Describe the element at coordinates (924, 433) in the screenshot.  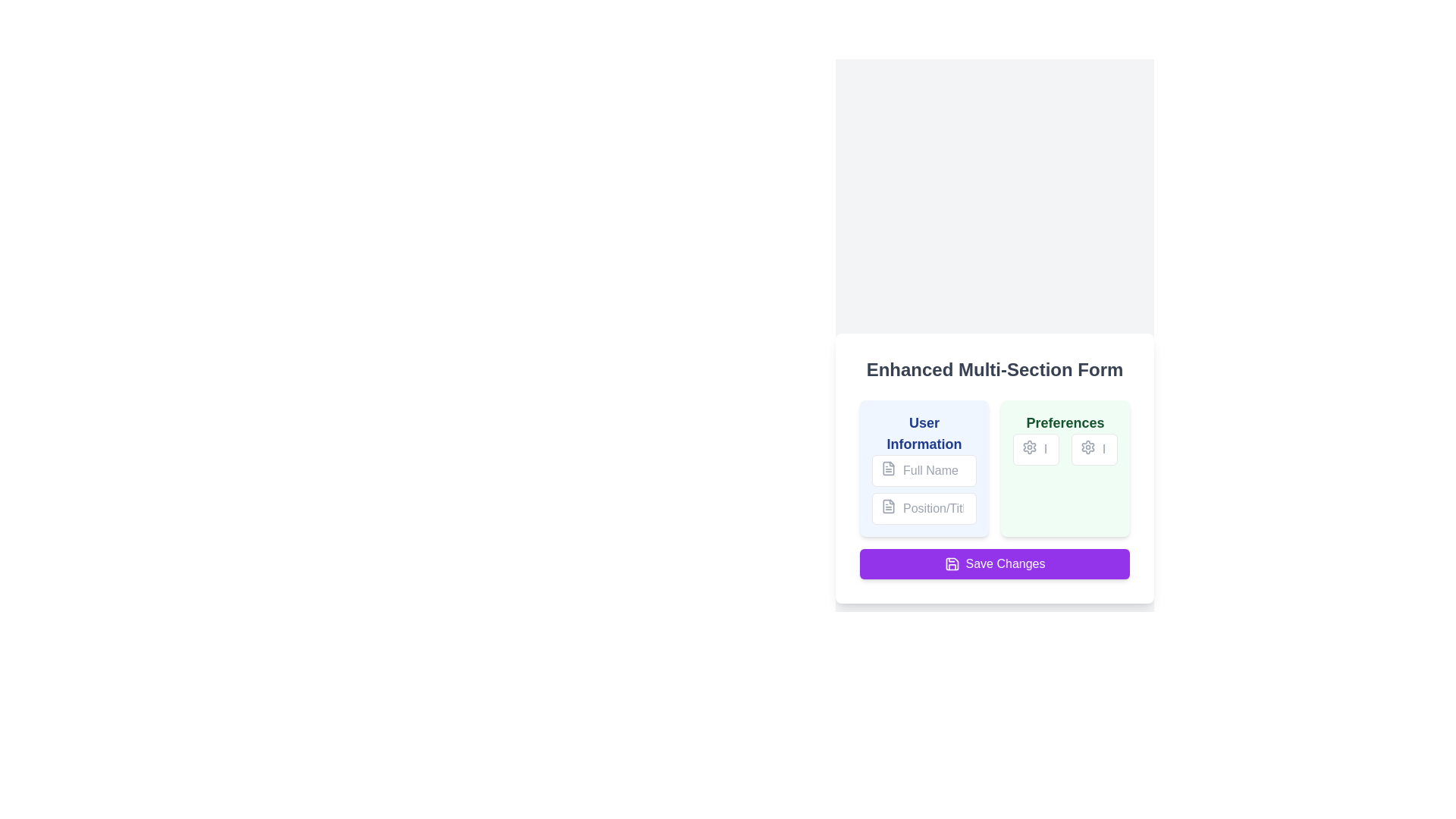
I see `the 'User Information' text label, which serves as the title for the section, located at the top of the left card in a two-column layout` at that location.